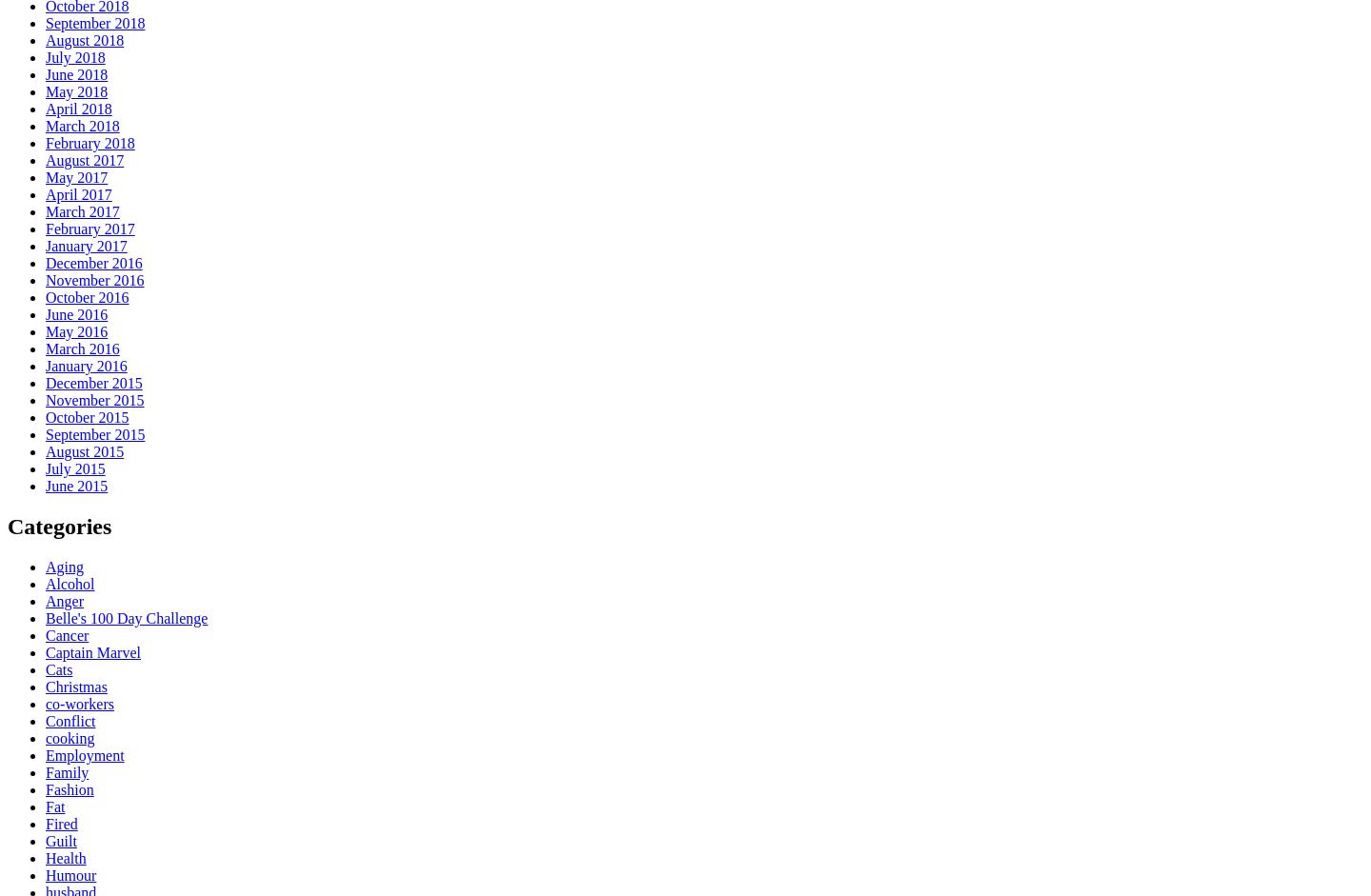  What do you see at coordinates (44, 856) in the screenshot?
I see `'Health'` at bounding box center [44, 856].